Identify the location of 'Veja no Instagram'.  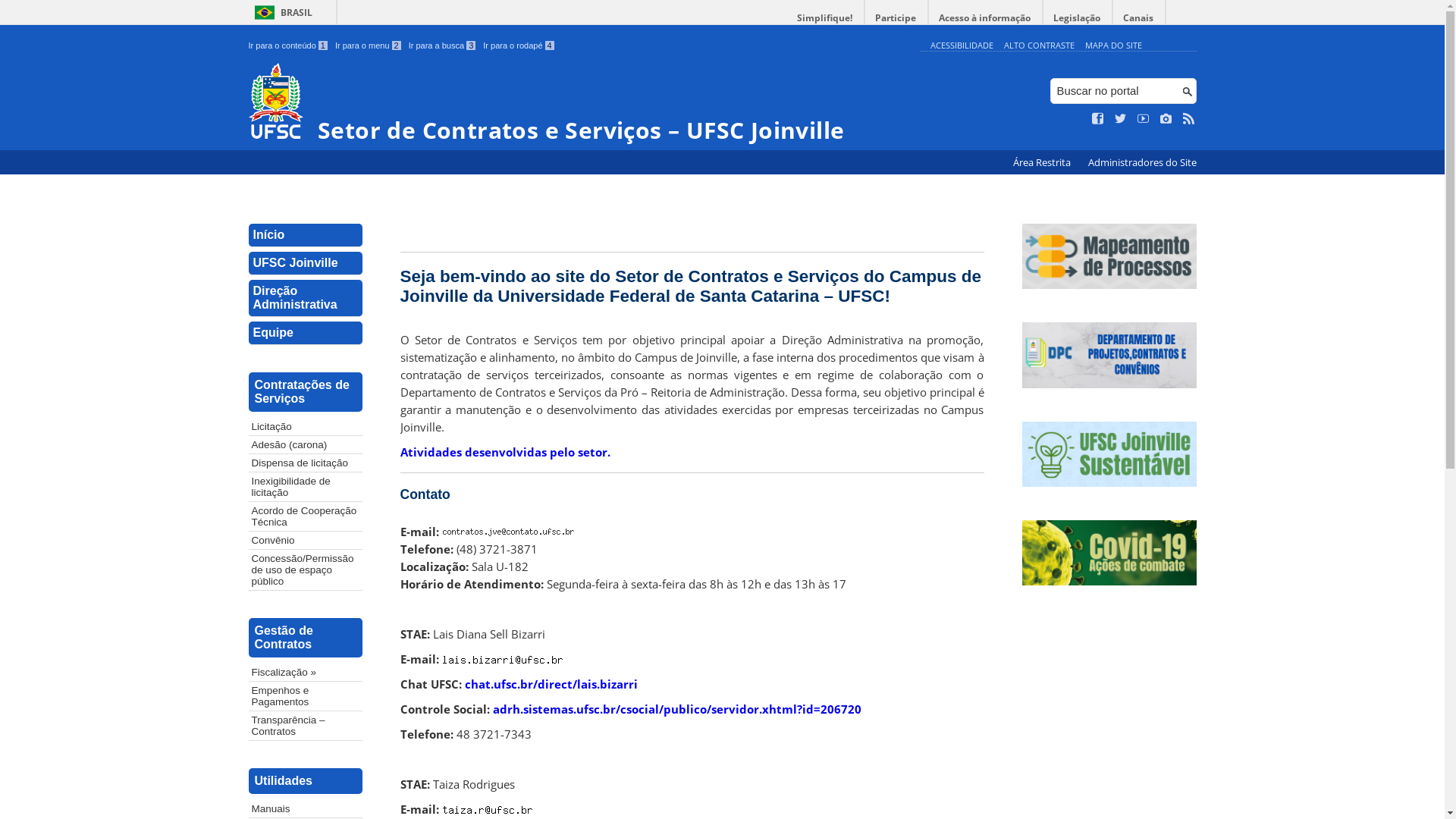
(1165, 118).